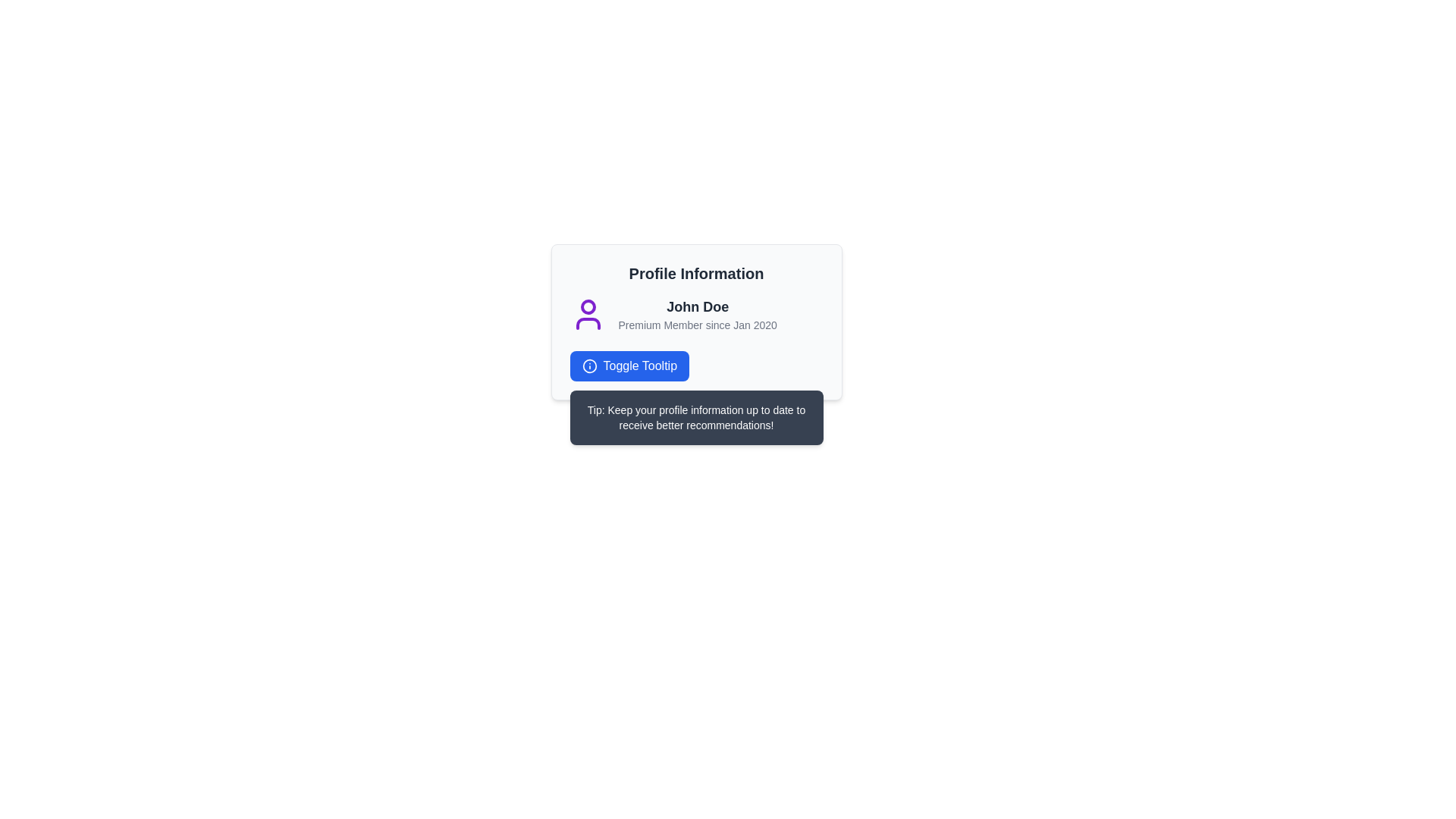 This screenshot has height=819, width=1456. Describe the element at coordinates (695, 274) in the screenshot. I see `the Text Element (Heading) at the top-center of the card, which serves as a title indicating the context of the card below` at that location.